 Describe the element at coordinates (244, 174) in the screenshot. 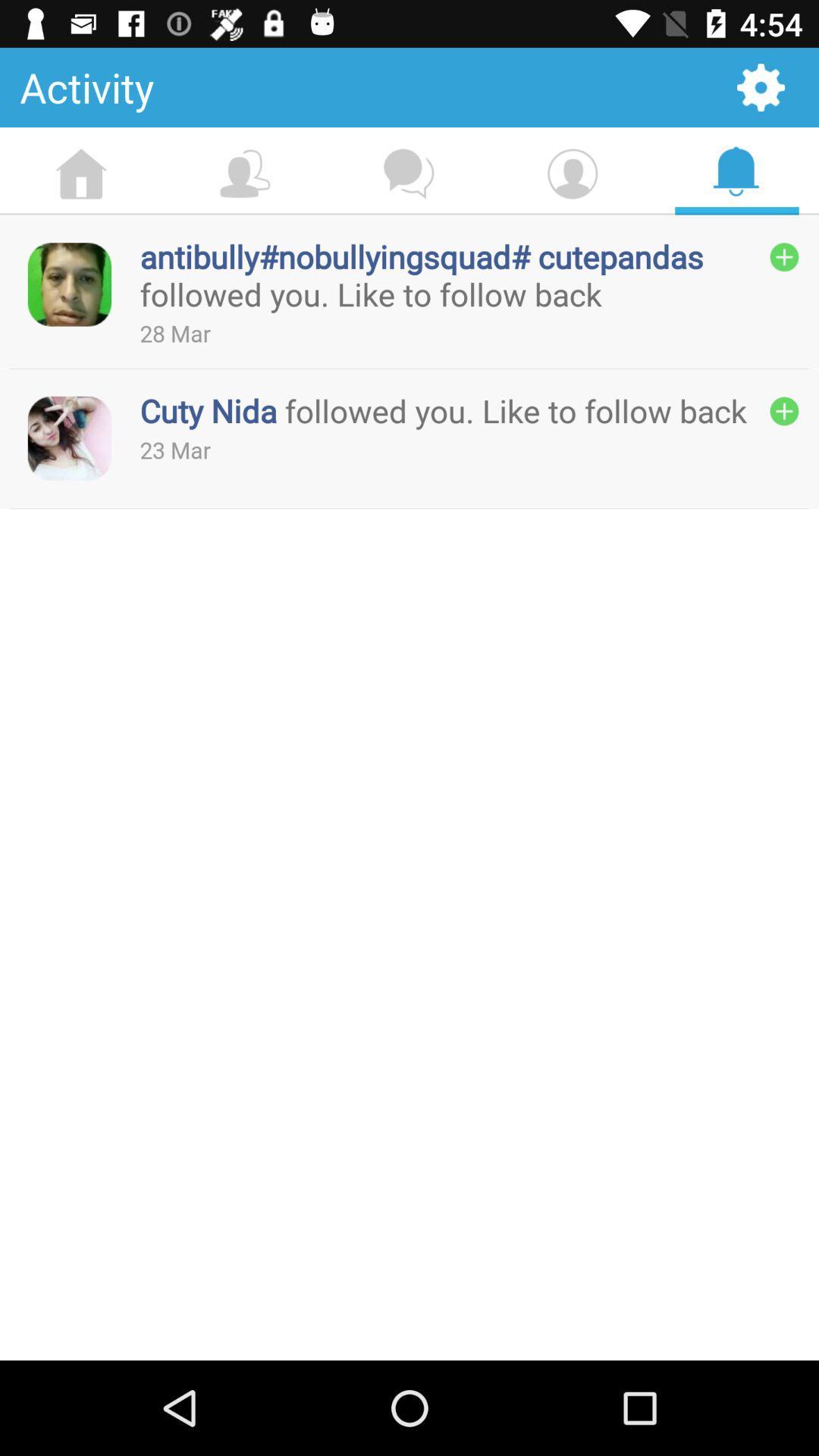

I see `the option which is after home option` at that location.